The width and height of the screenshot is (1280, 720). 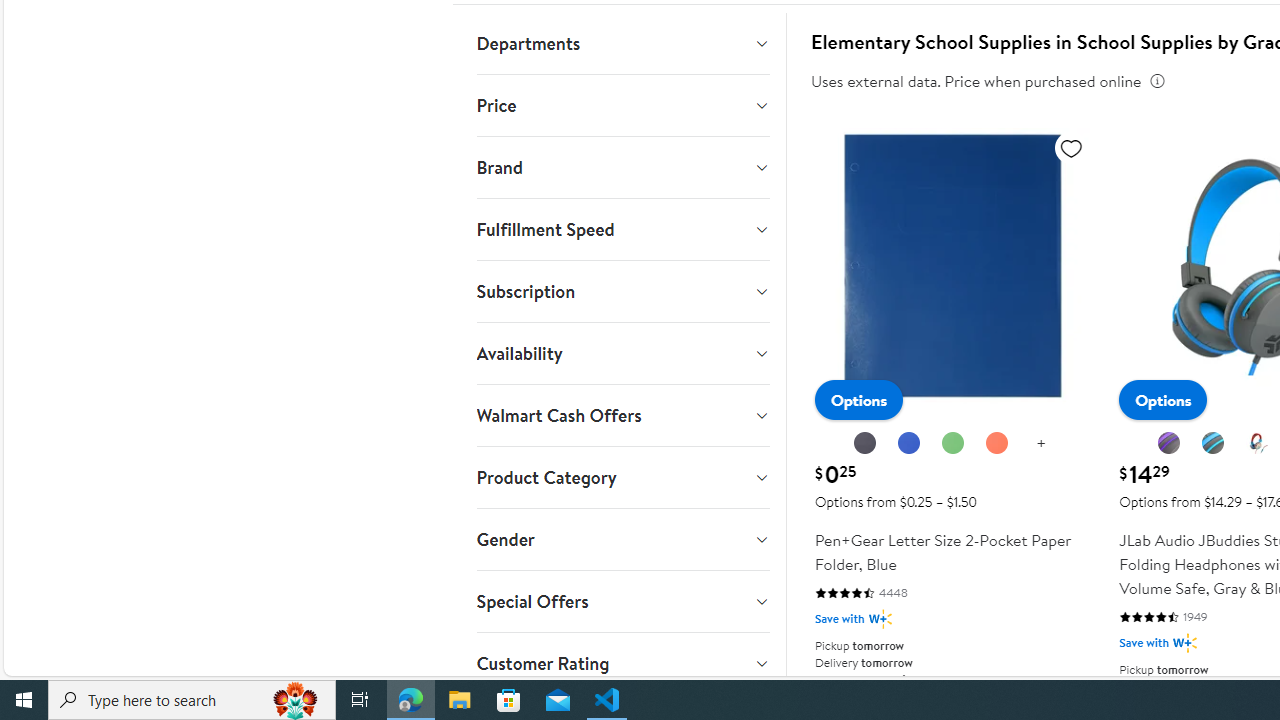 What do you see at coordinates (621, 540) in the screenshot?
I see `'Gender'` at bounding box center [621, 540].